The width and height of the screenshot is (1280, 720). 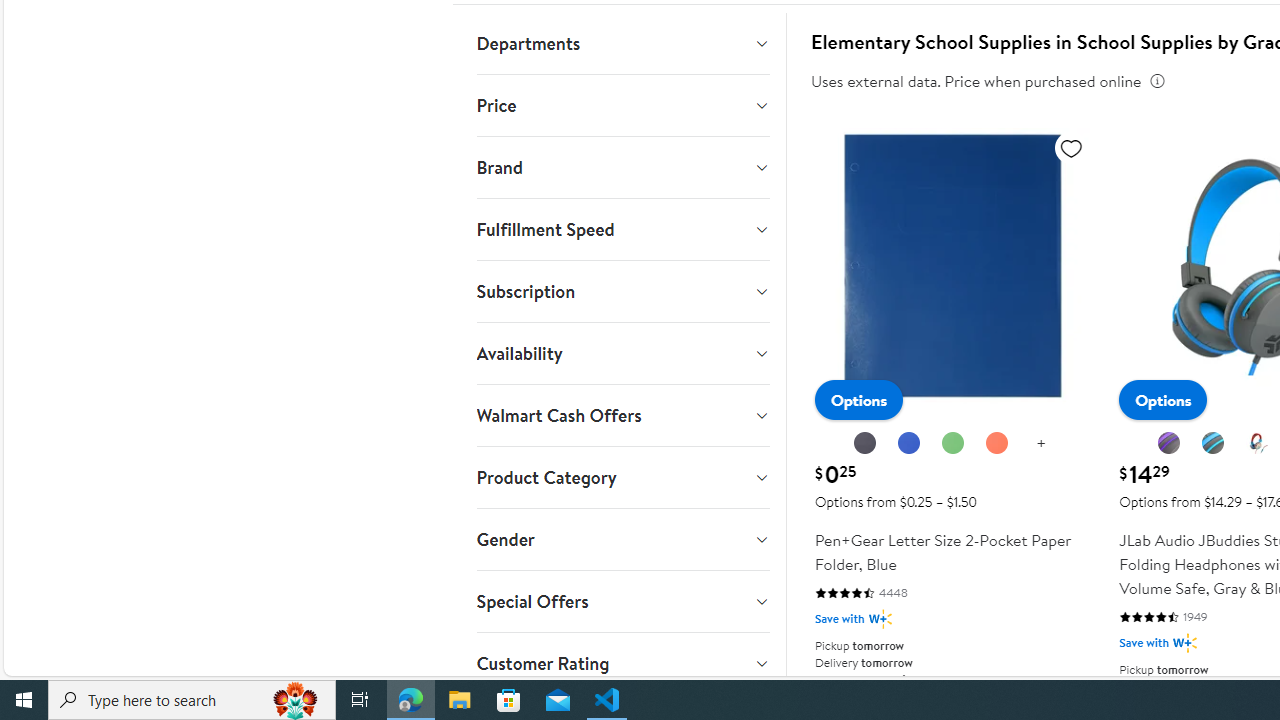 What do you see at coordinates (621, 540) in the screenshot?
I see `'Gender'` at bounding box center [621, 540].